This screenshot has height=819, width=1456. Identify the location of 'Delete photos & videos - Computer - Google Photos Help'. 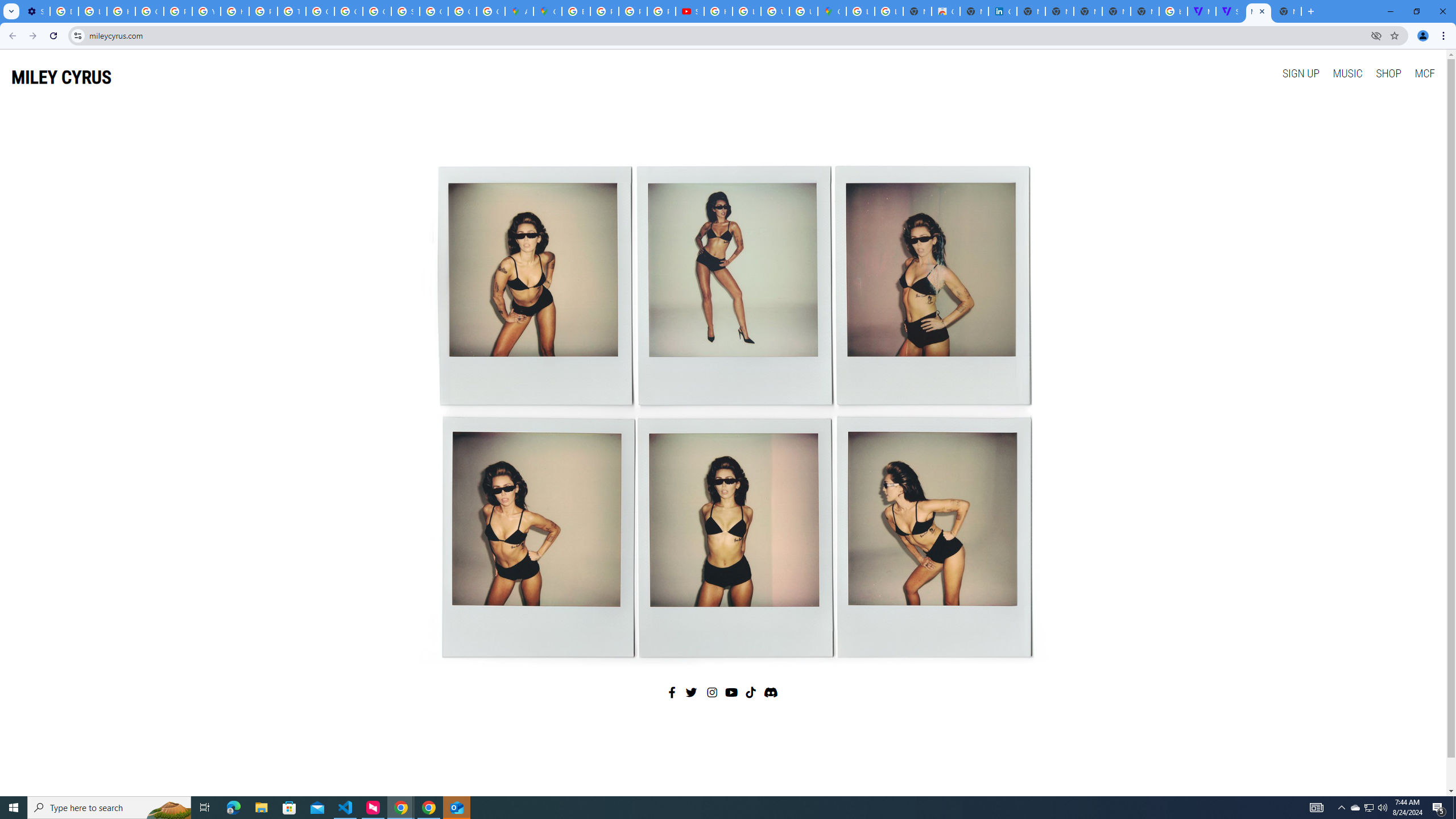
(63, 11).